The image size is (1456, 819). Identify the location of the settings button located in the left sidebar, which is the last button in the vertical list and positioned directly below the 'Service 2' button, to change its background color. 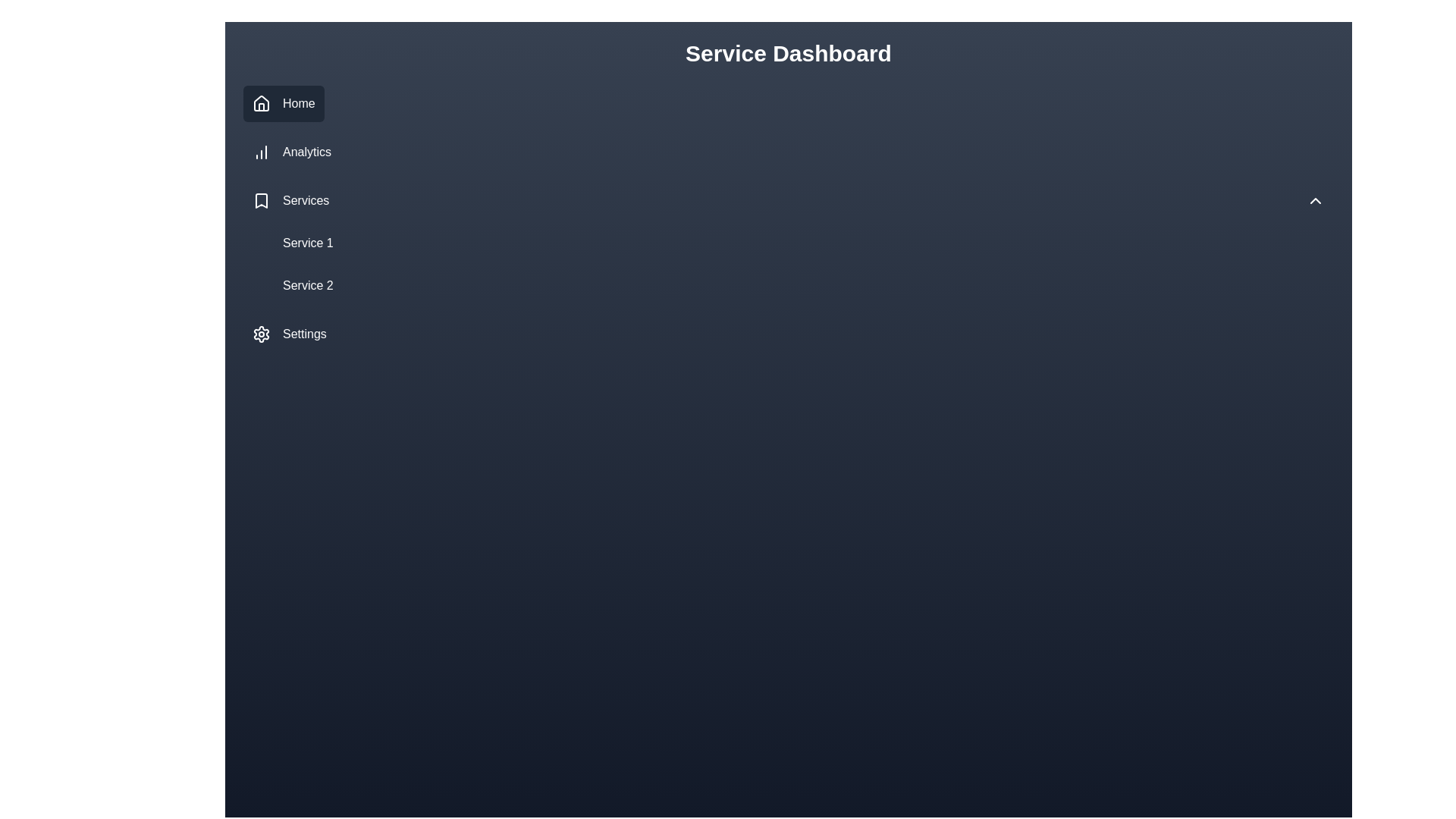
(289, 333).